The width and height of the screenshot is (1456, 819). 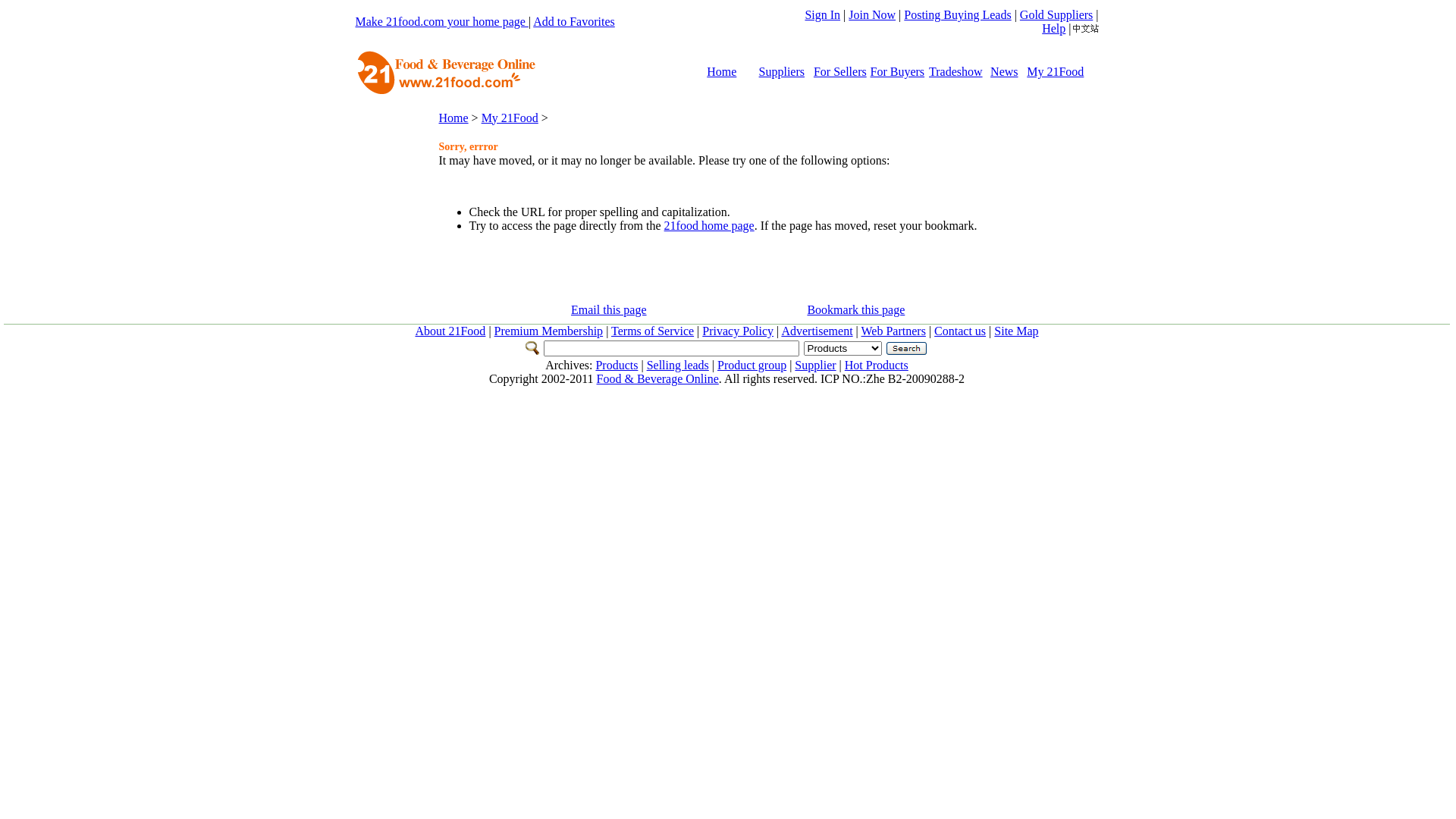 I want to click on 'Suppliers', so click(x=782, y=71).